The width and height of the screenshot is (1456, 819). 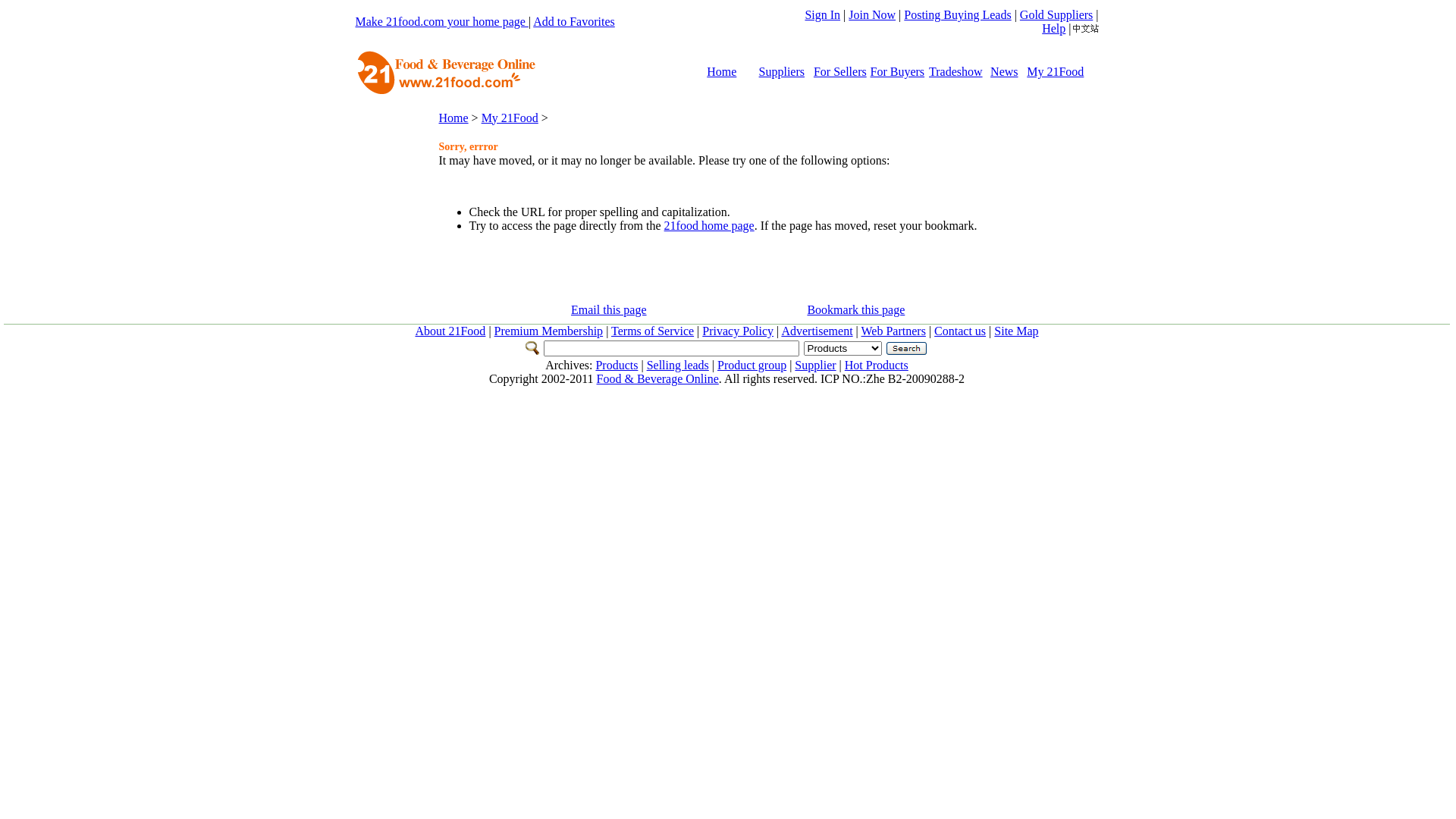 I want to click on 'Suppliers', so click(x=782, y=71).